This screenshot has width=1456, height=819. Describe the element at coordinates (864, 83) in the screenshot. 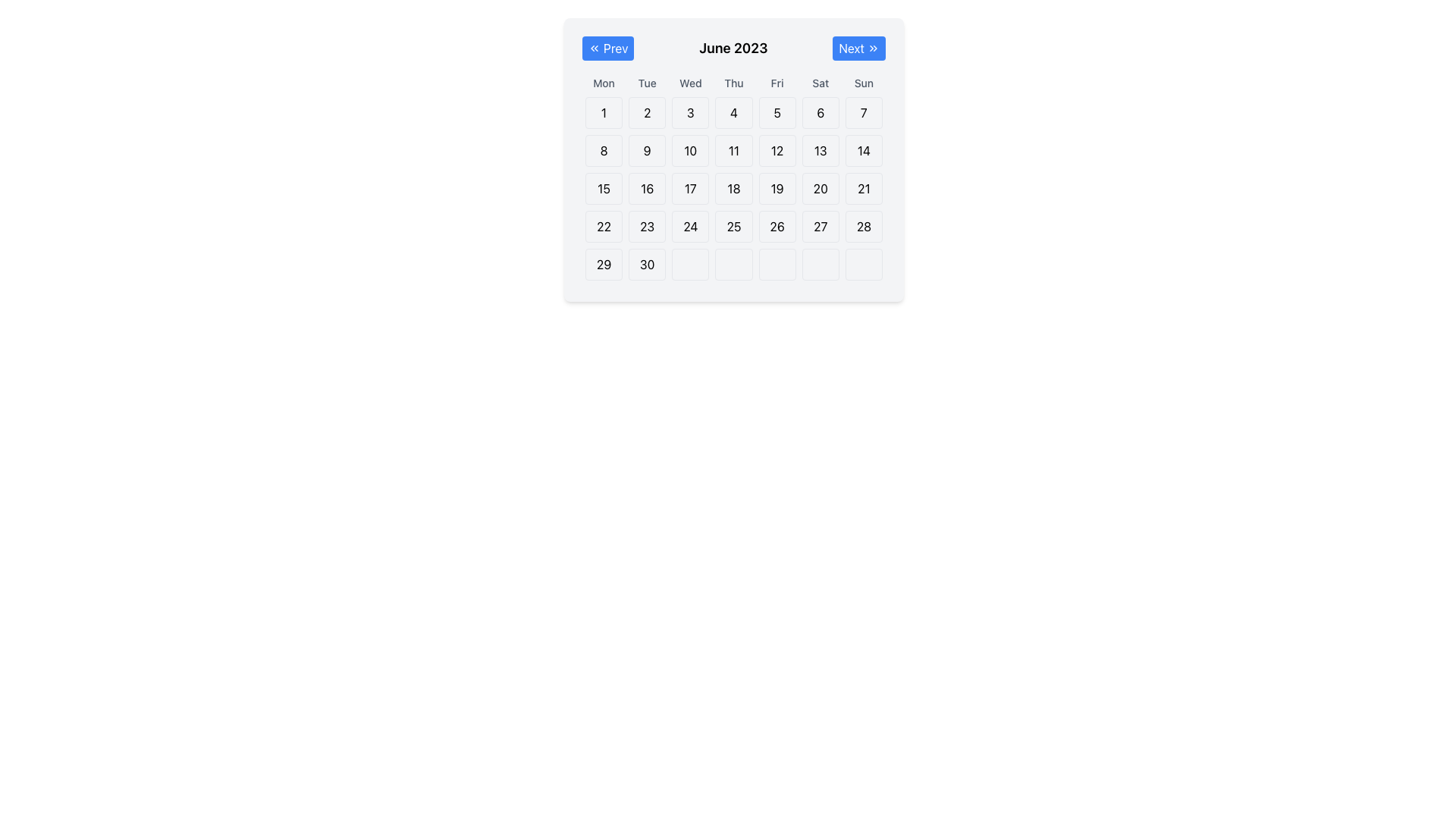

I see `the text label for Sunday, which is the seventh column in the calendar grid located in the top right of the calendar interface` at that location.